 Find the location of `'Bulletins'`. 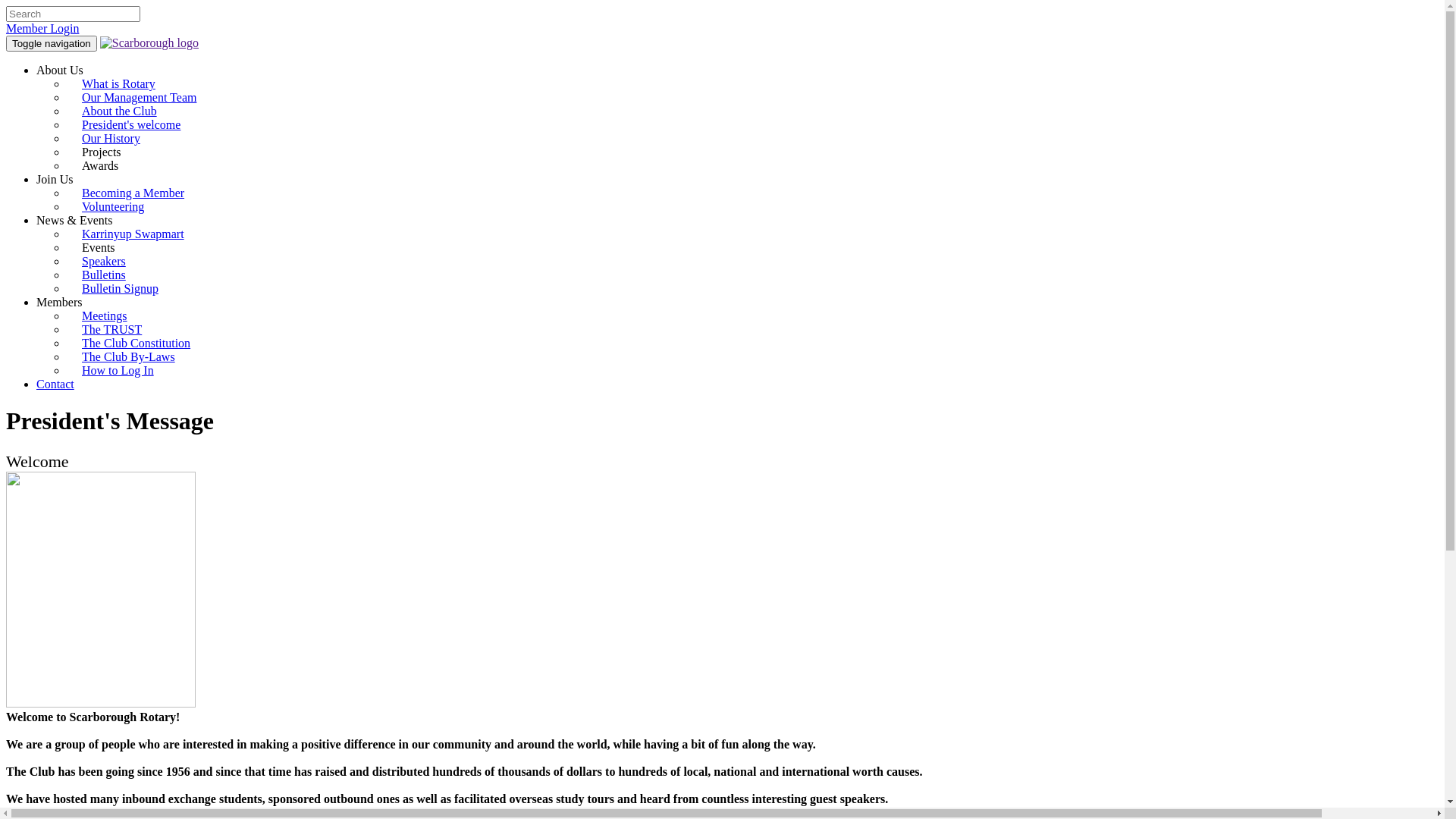

'Bulletins' is located at coordinates (103, 275).